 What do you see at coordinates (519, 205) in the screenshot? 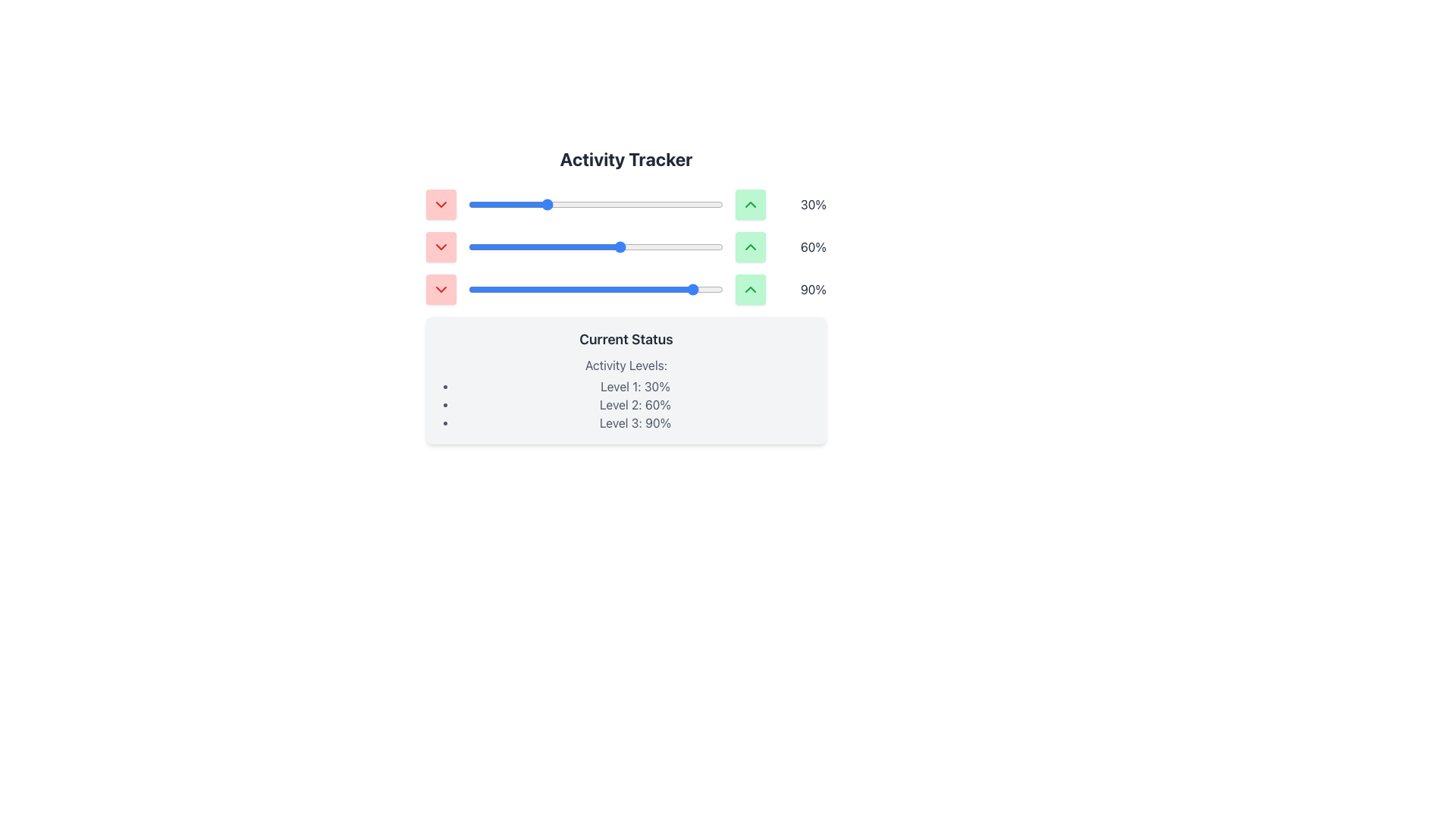
I see `slider` at bounding box center [519, 205].